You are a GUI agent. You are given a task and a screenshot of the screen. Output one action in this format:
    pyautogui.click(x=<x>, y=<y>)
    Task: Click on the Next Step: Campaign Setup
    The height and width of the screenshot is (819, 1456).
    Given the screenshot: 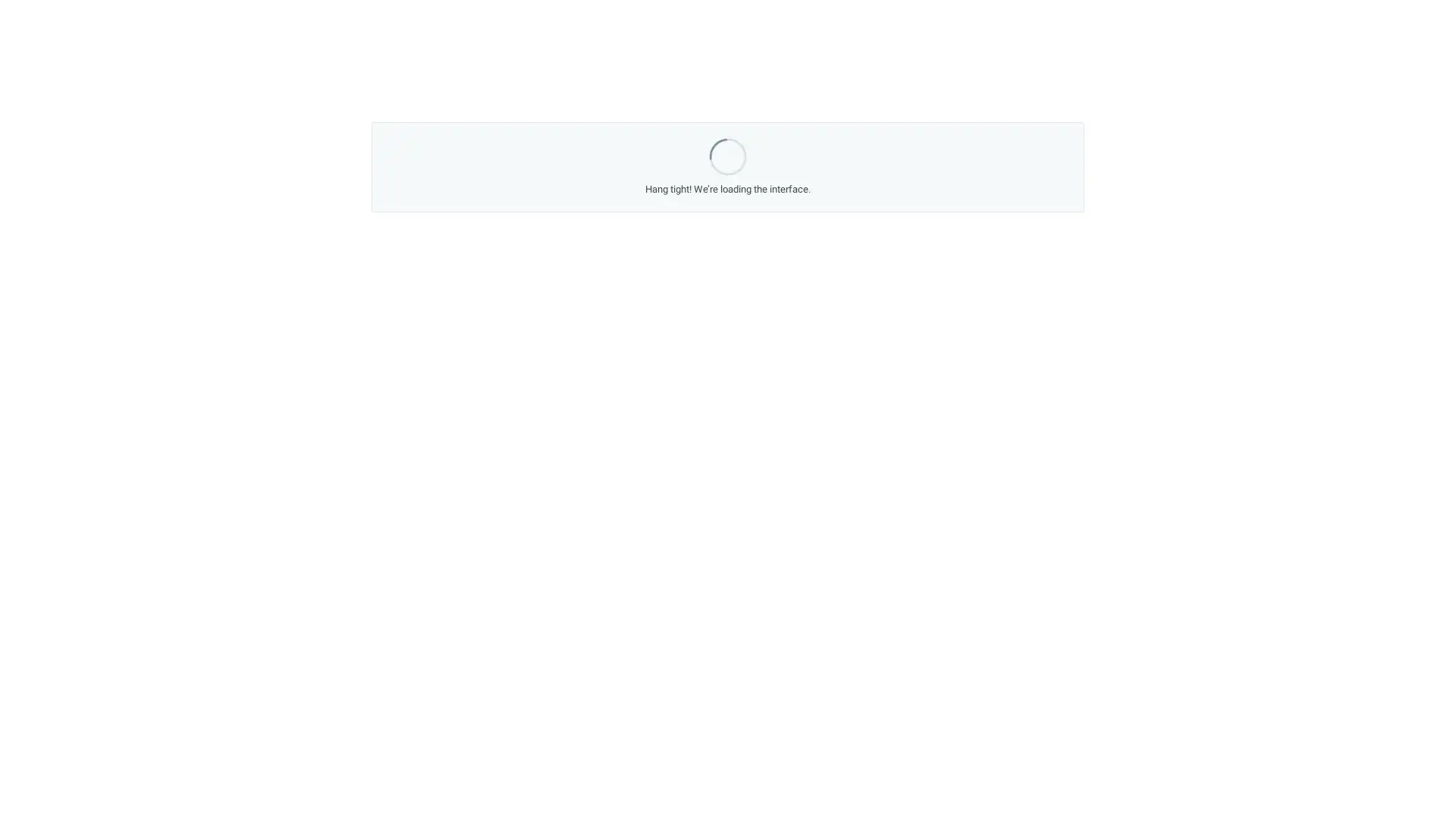 What is the action you would take?
    pyautogui.click(x=850, y=540)
    